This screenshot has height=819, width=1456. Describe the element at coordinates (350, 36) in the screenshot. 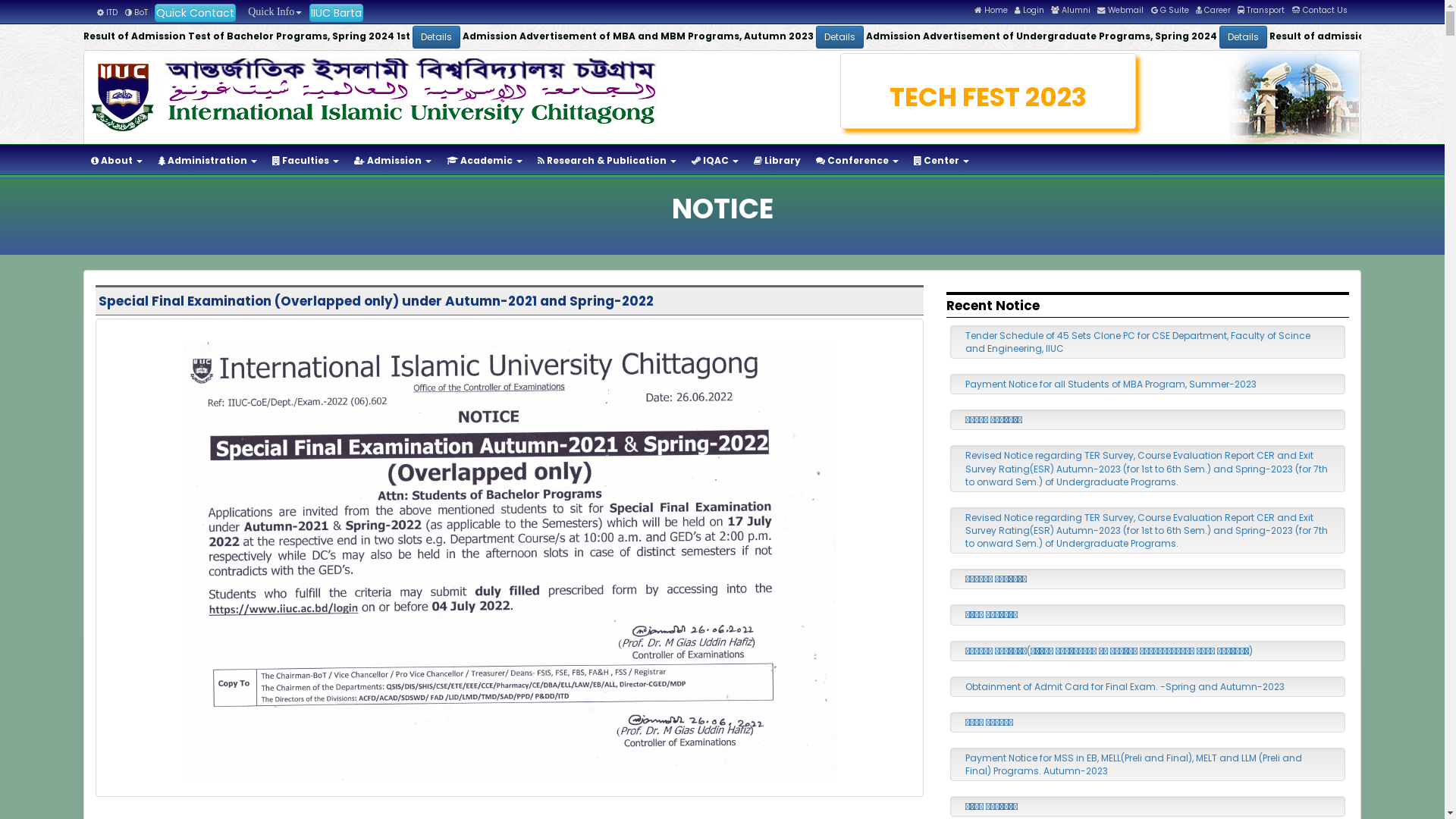

I see `'Details'` at that location.